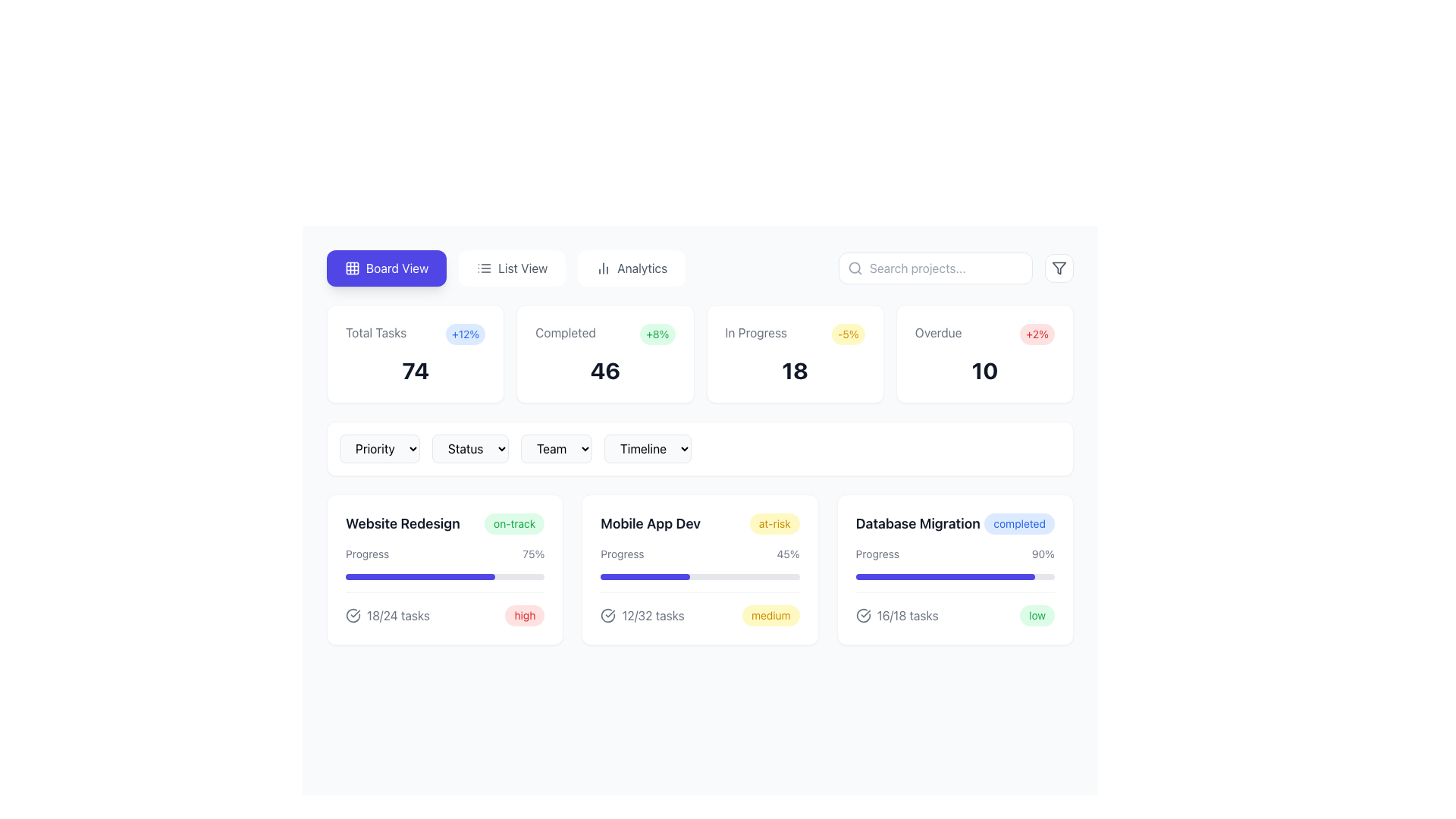  Describe the element at coordinates (469, 447) in the screenshot. I see `the 'Status' dropdown menu button, which is pill-shaped with a light gray background and a downward-facing arrow` at that location.